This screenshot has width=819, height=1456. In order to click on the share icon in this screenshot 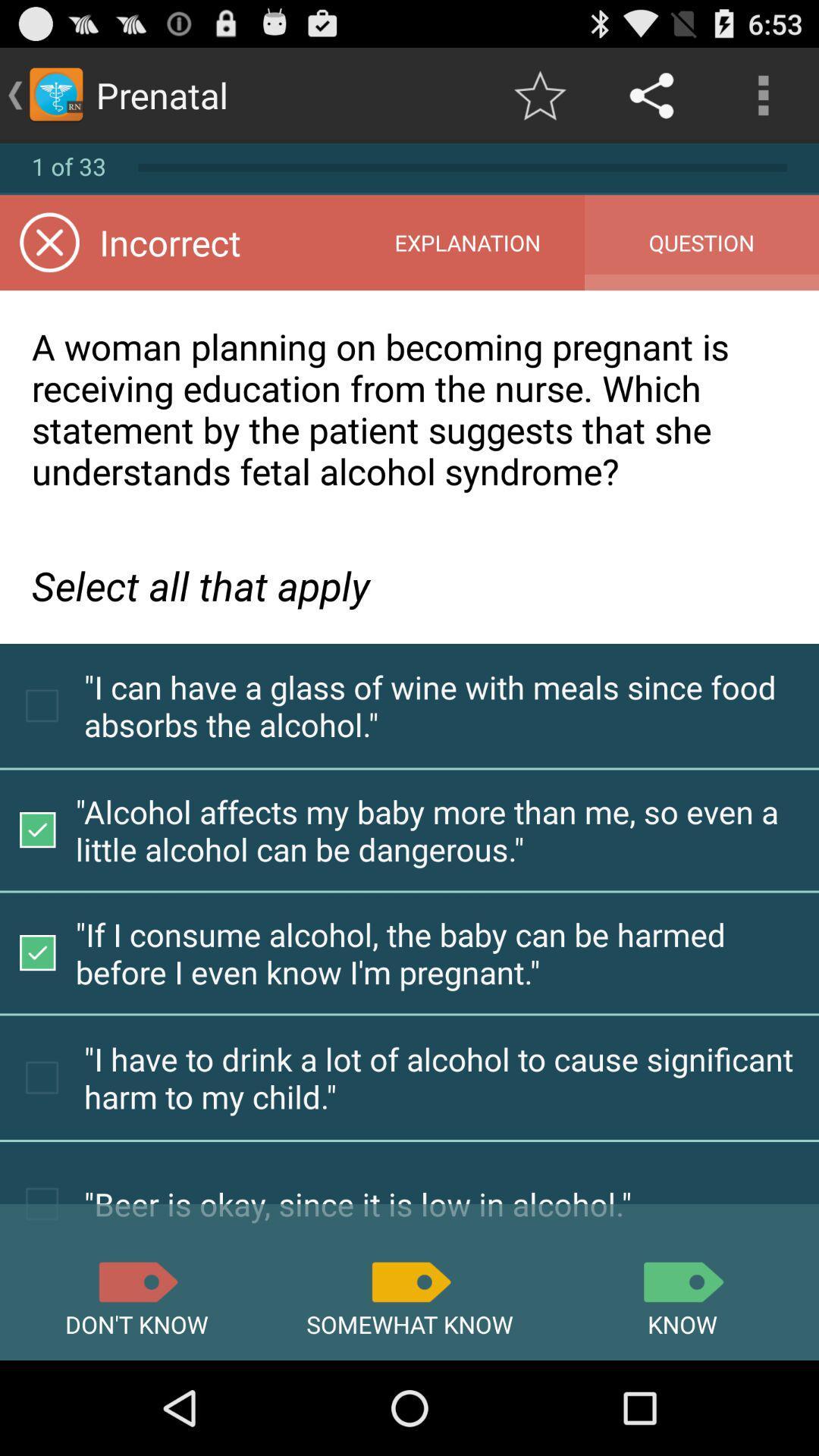, I will do `click(651, 94)`.